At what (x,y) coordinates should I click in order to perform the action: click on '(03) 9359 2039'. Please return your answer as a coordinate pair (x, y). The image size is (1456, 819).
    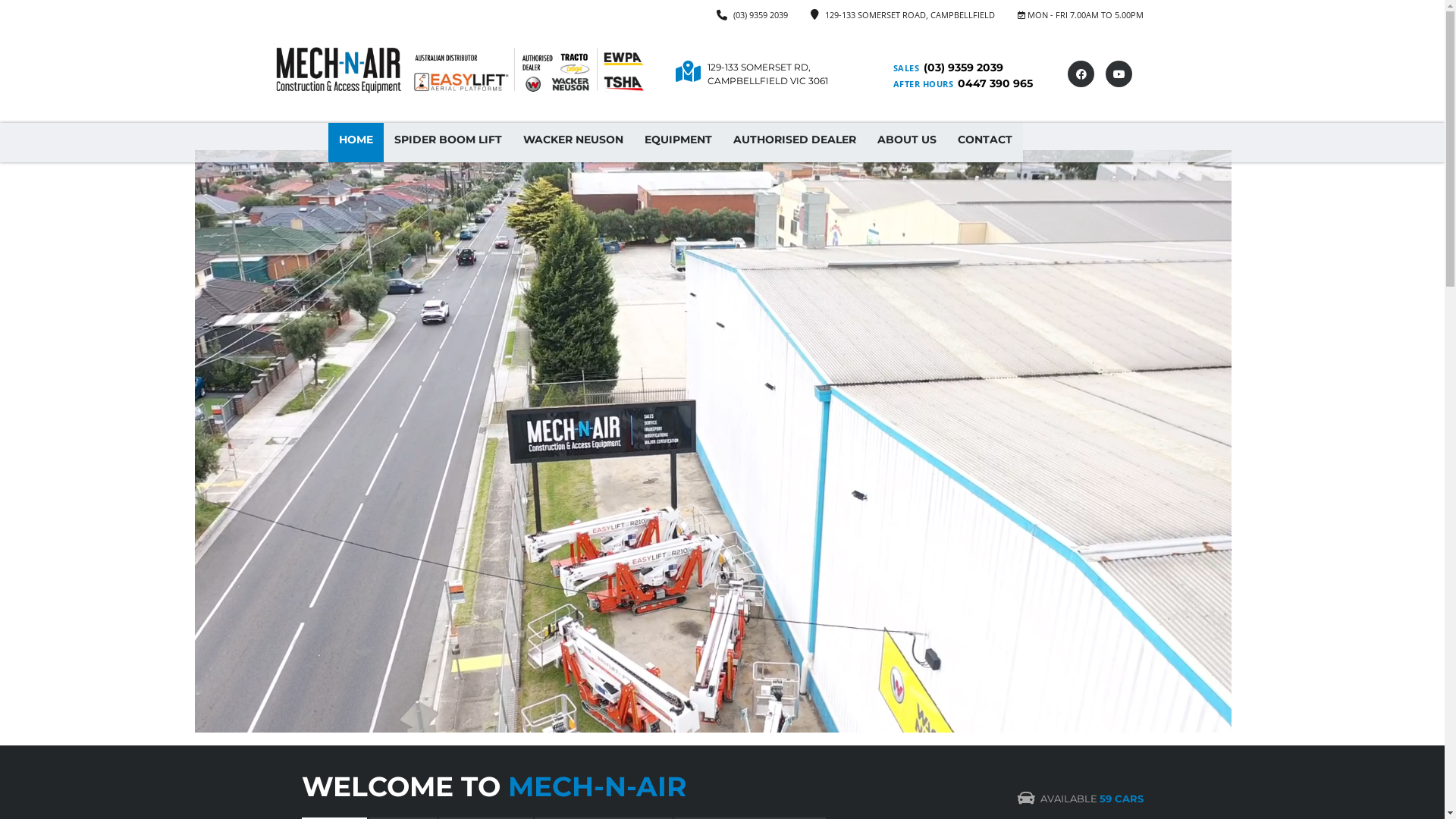
    Looking at the image, I should click on (760, 14).